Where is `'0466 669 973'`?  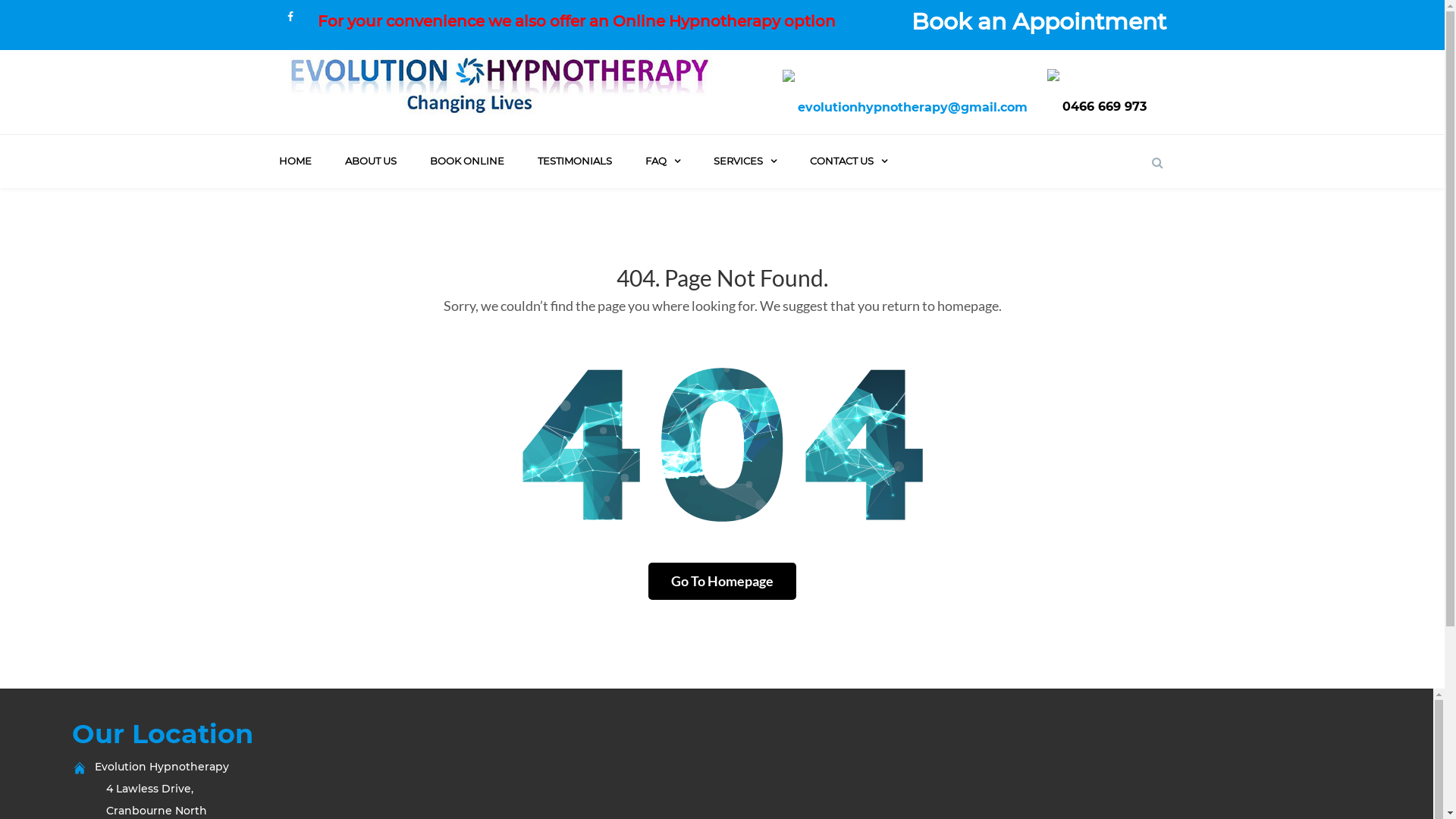
'0466 669 973' is located at coordinates (1103, 106).